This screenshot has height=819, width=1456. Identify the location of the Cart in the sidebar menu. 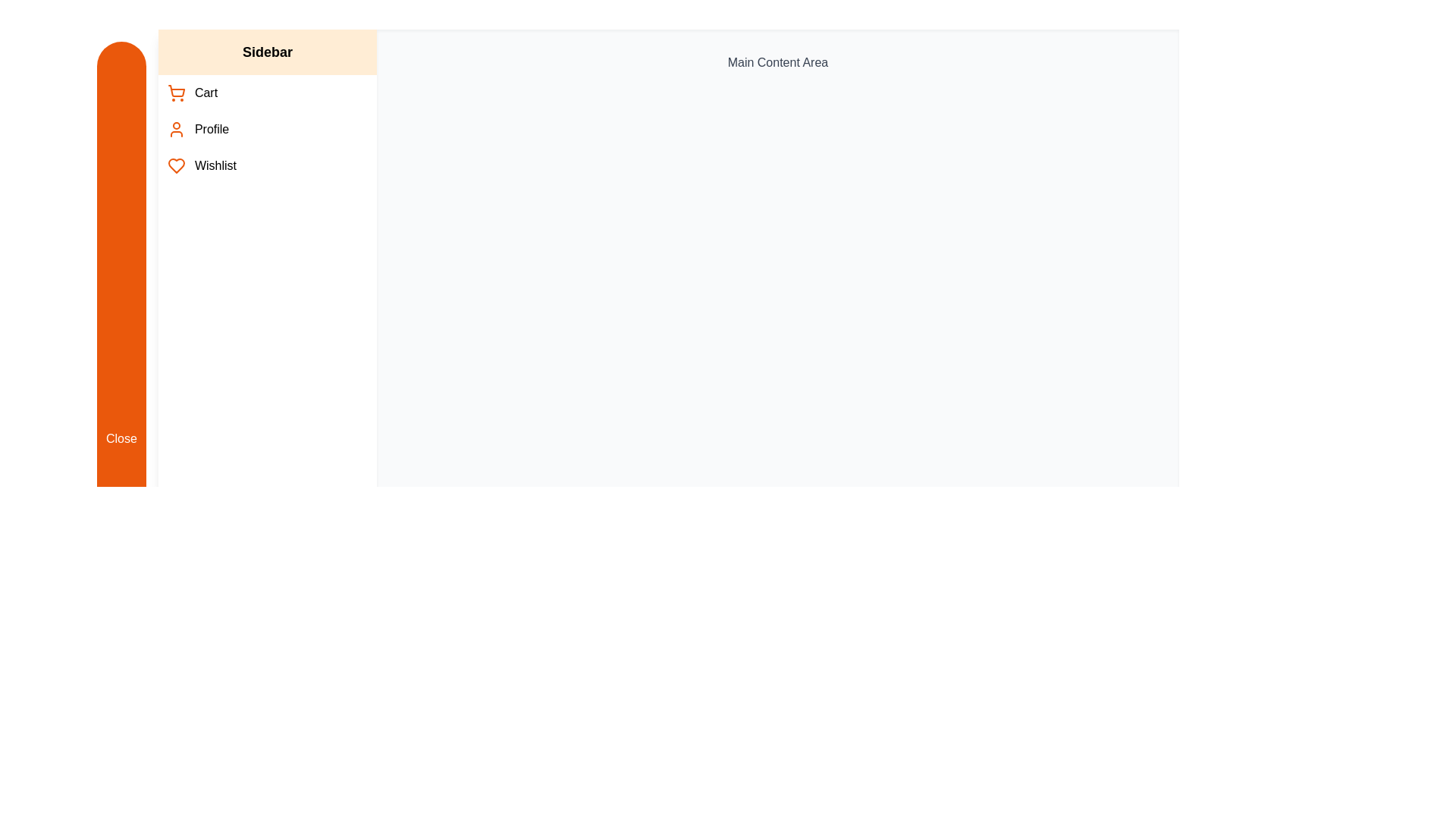
(267, 93).